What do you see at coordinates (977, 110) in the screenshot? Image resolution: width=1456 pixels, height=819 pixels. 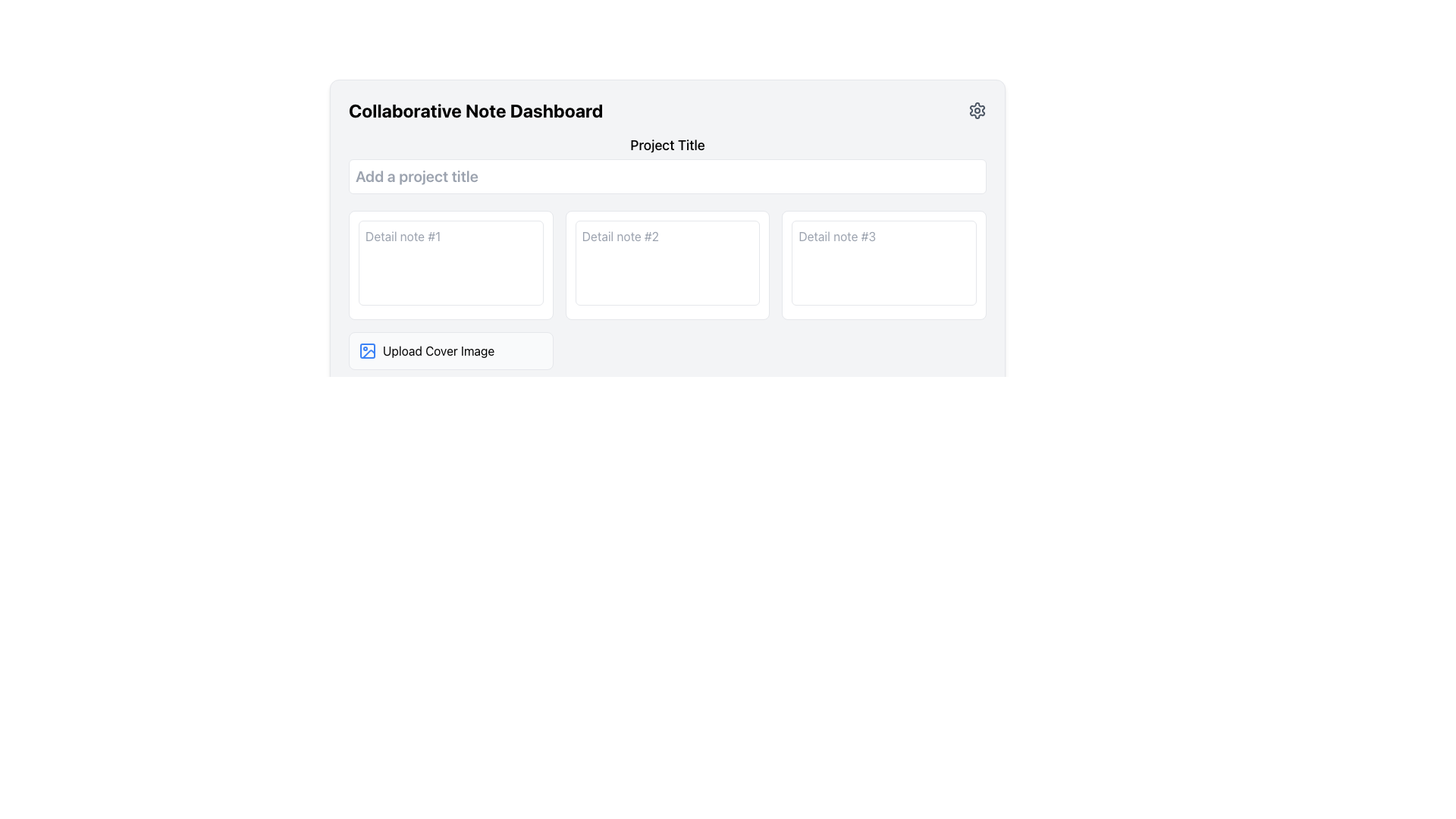 I see `the settings icon located at the top-right corner of the dashboard interface` at bounding box center [977, 110].